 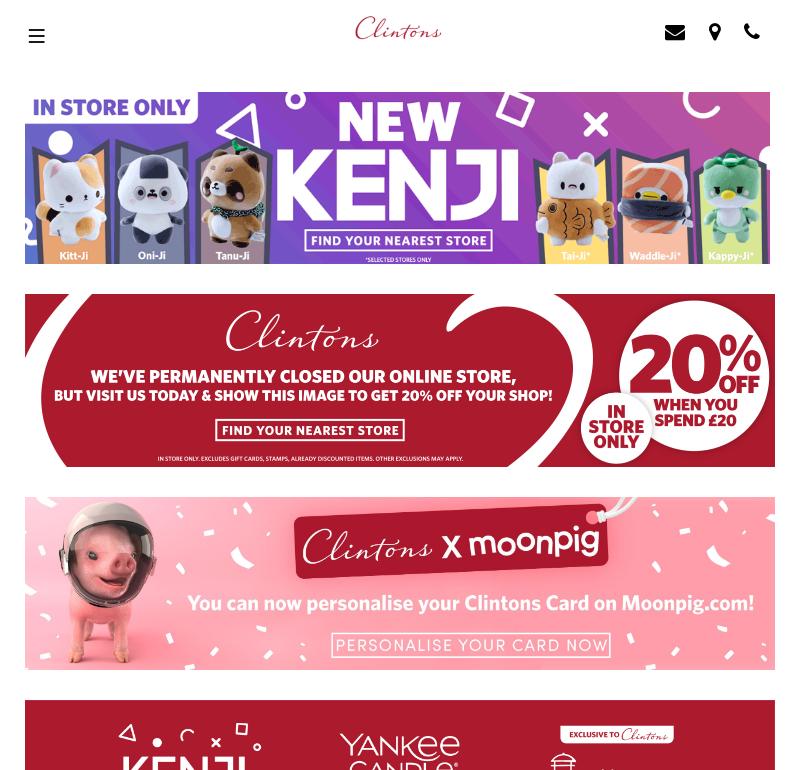 What do you see at coordinates (25, 731) in the screenshot?
I see `'HUMAN RESOURCES'` at bounding box center [25, 731].